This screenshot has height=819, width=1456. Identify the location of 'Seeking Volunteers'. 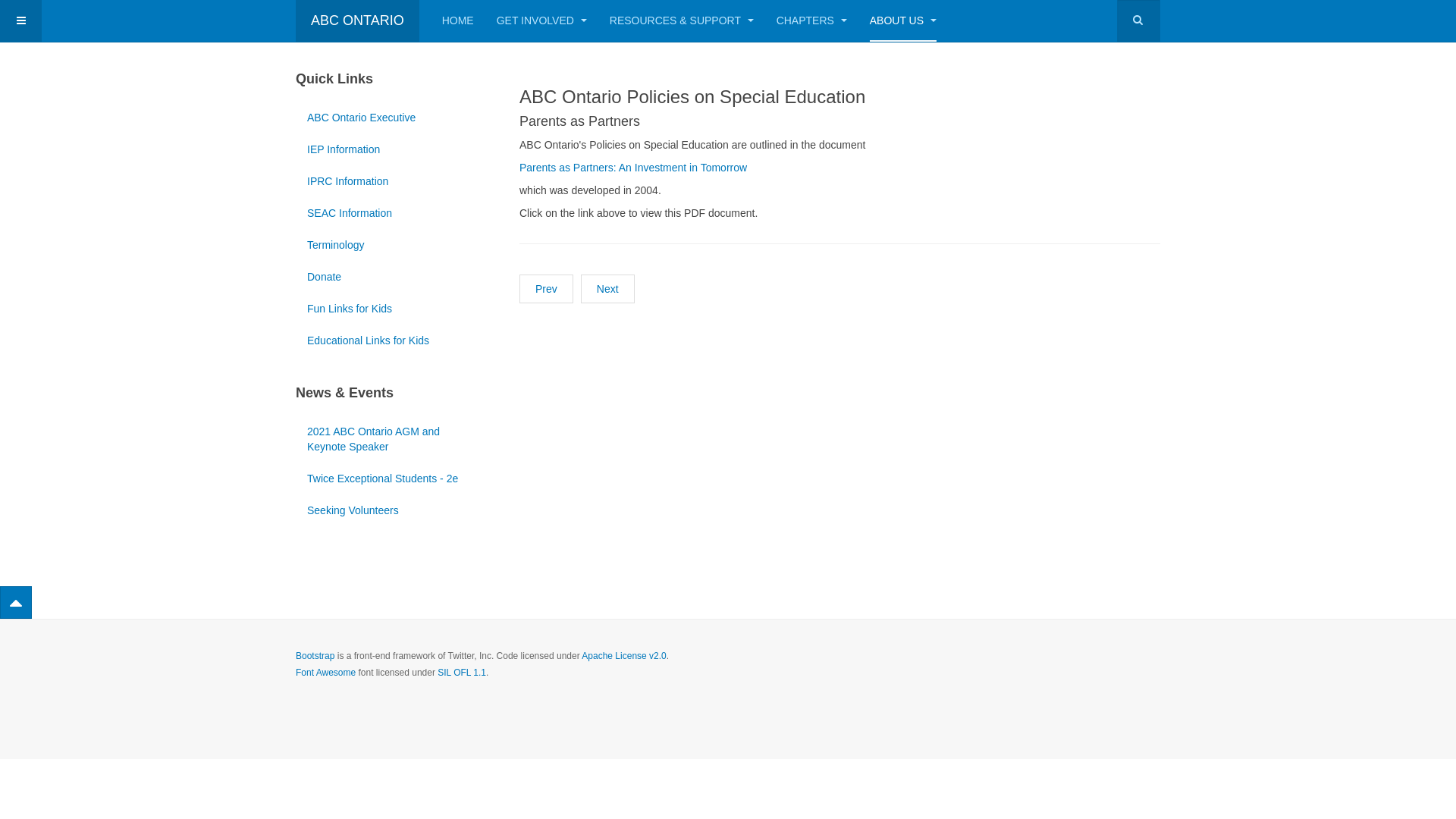
(392, 510).